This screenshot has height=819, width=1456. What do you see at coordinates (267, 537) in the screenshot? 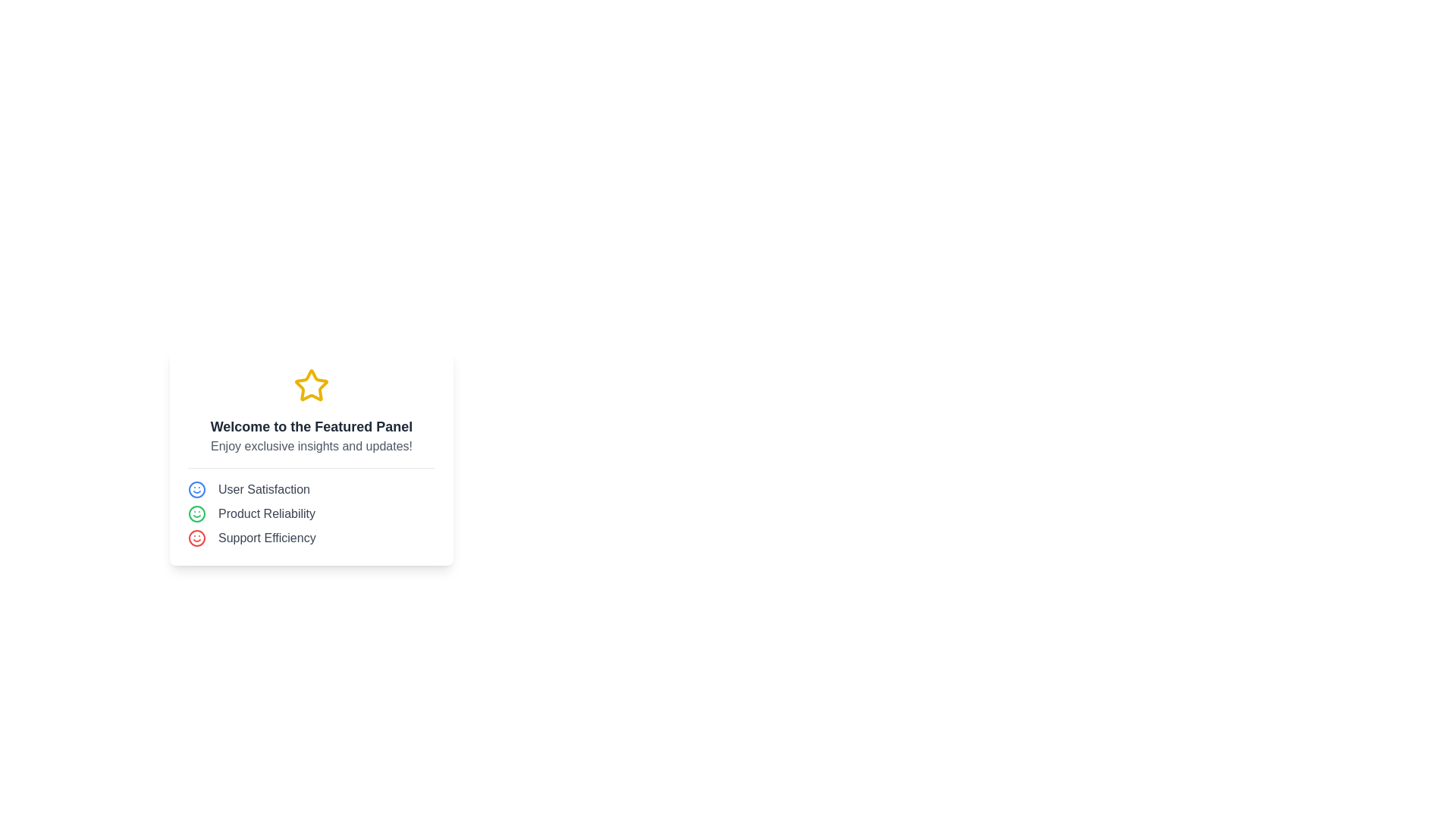
I see `the descriptive text label that presents a performance measure, located at the bottom section of the panel, following the 'Product Reliability' label` at bounding box center [267, 537].